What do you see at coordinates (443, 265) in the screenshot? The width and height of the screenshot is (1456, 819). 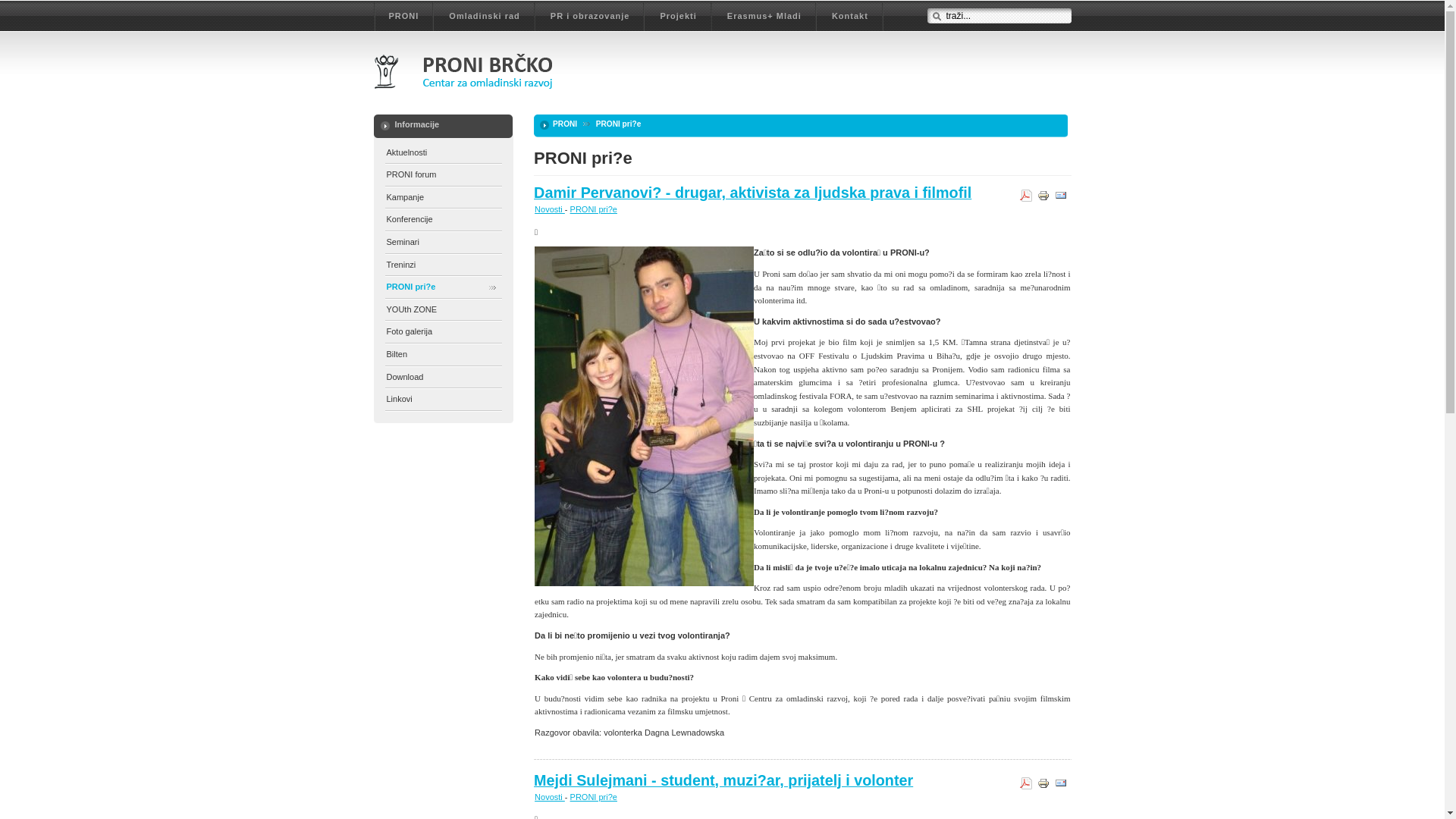 I see `'Treninzi'` at bounding box center [443, 265].